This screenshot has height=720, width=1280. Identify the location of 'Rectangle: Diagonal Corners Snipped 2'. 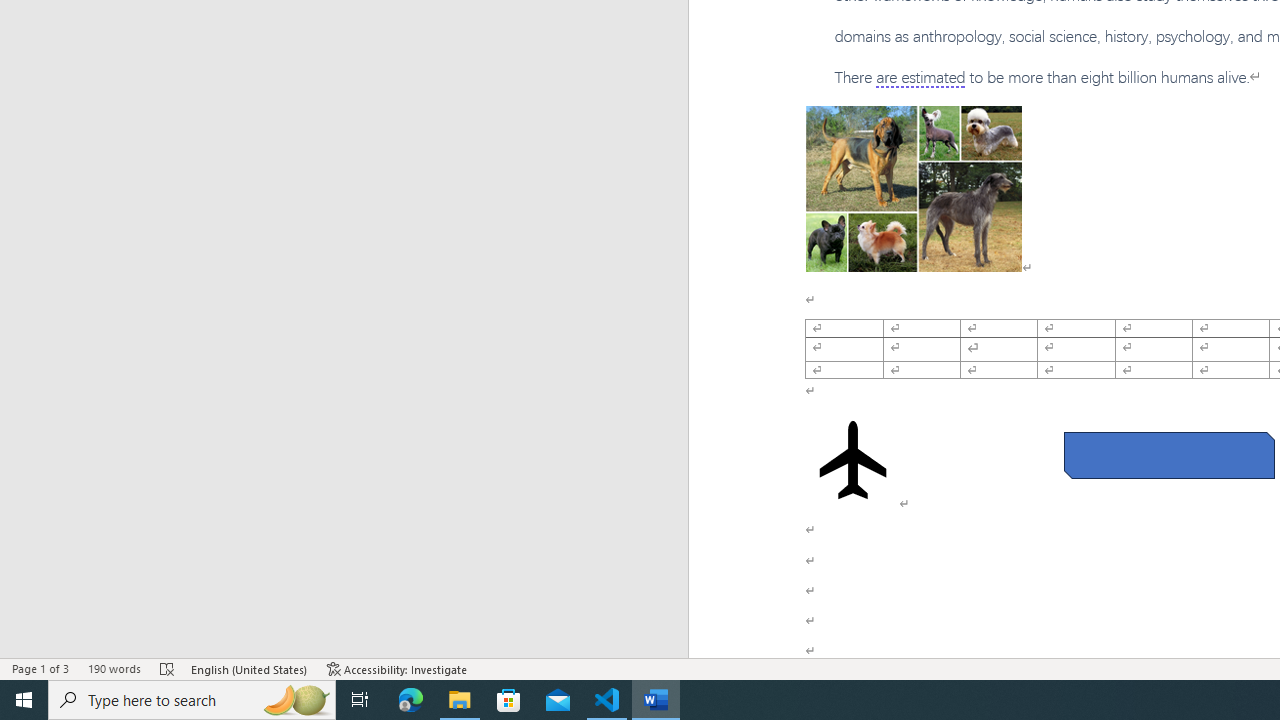
(1169, 455).